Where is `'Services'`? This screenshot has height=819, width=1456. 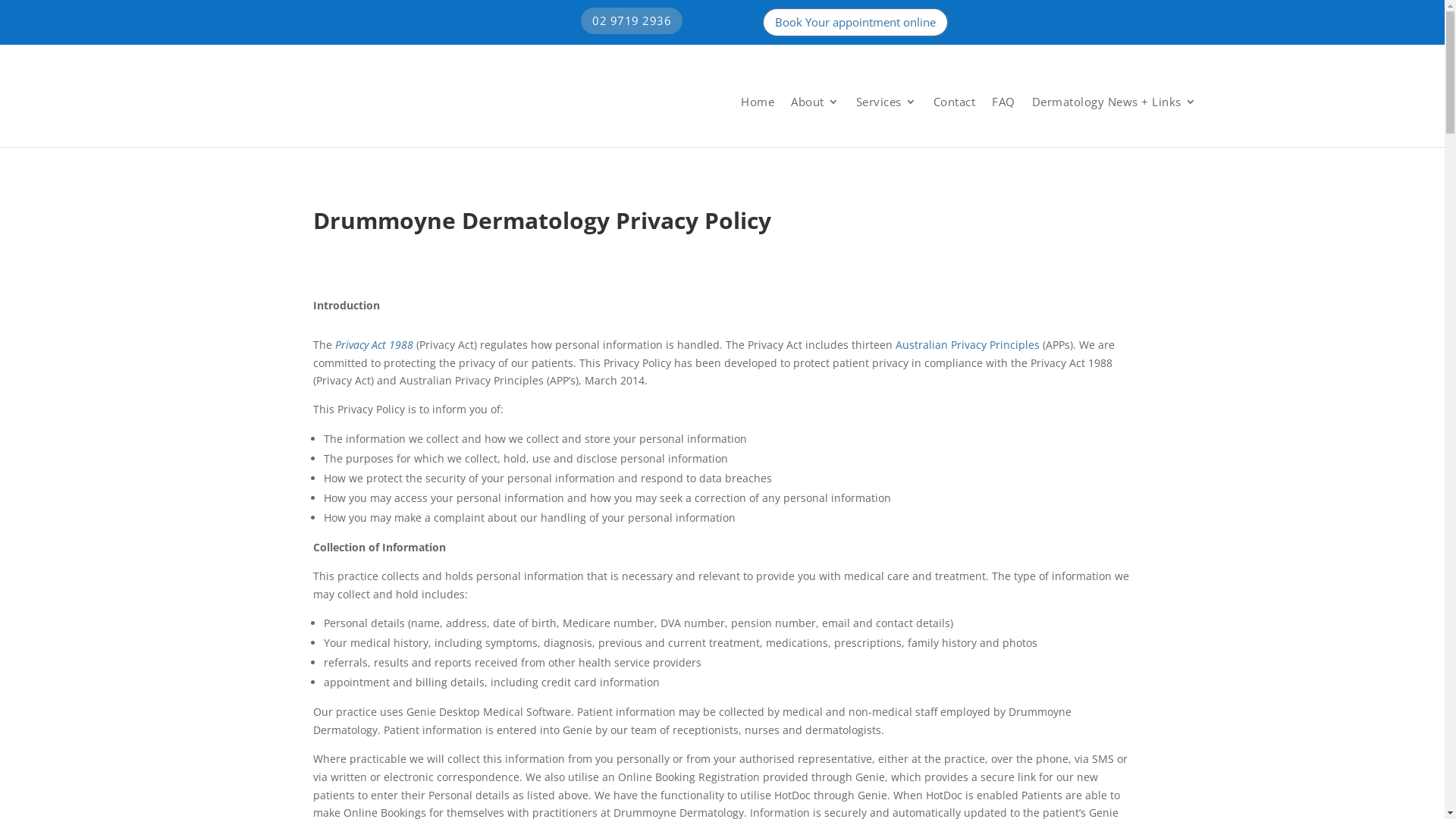 'Services' is located at coordinates (885, 102).